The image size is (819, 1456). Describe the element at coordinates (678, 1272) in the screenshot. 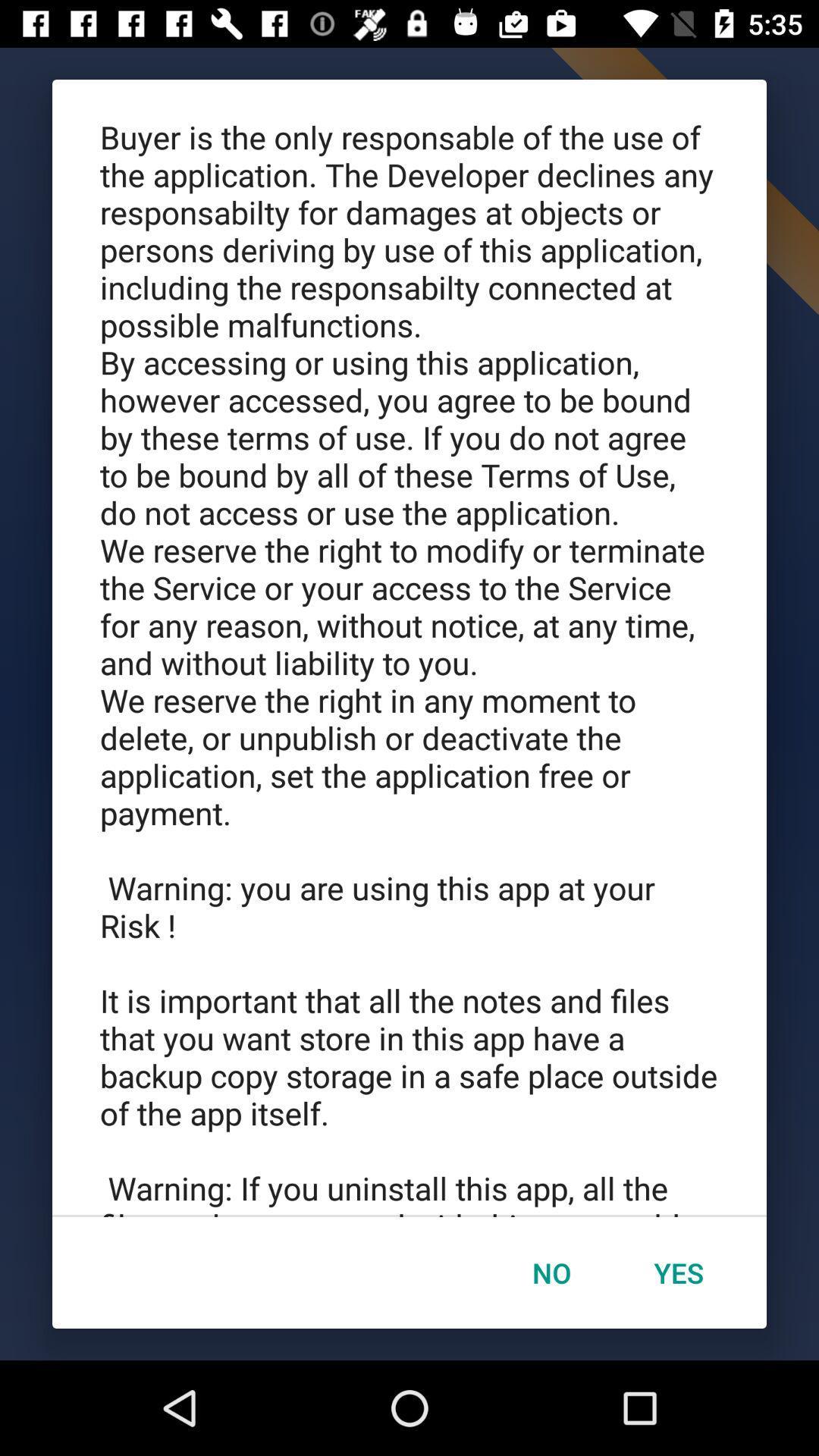

I see `item next to no` at that location.